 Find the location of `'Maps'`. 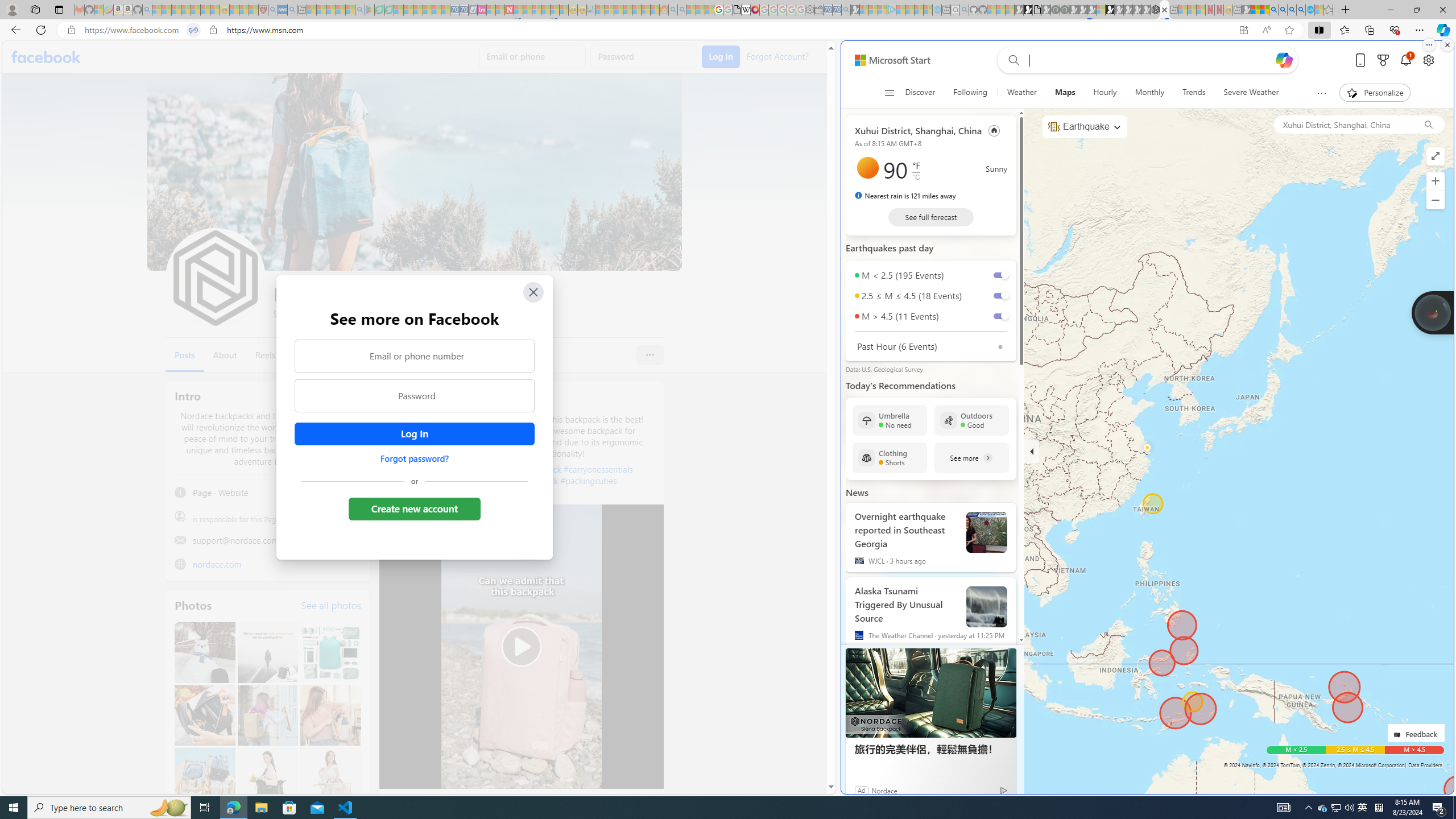

'Maps' is located at coordinates (1064, 92).